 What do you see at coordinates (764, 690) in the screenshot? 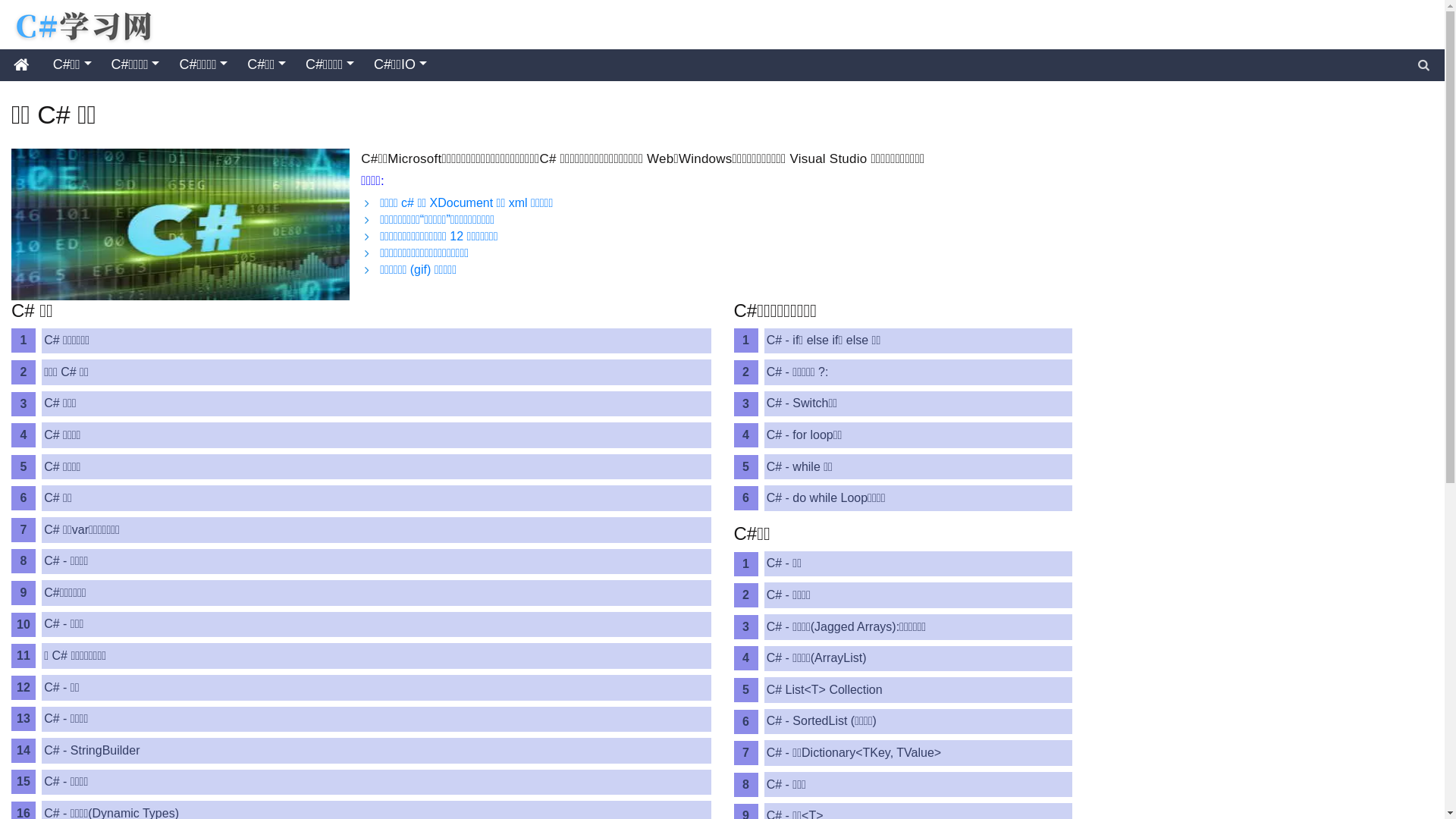
I see `'C# List<T> Collection'` at bounding box center [764, 690].